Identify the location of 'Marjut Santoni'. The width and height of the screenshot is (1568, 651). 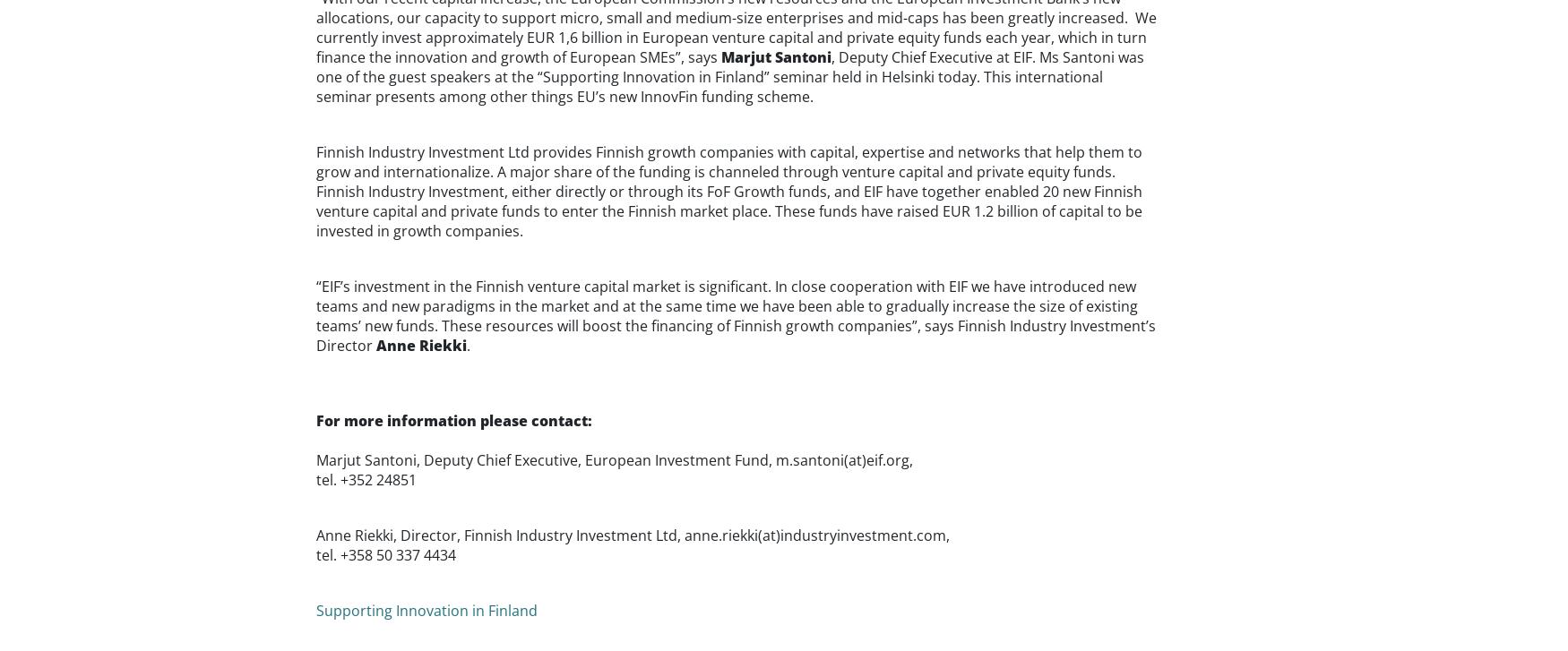
(775, 56).